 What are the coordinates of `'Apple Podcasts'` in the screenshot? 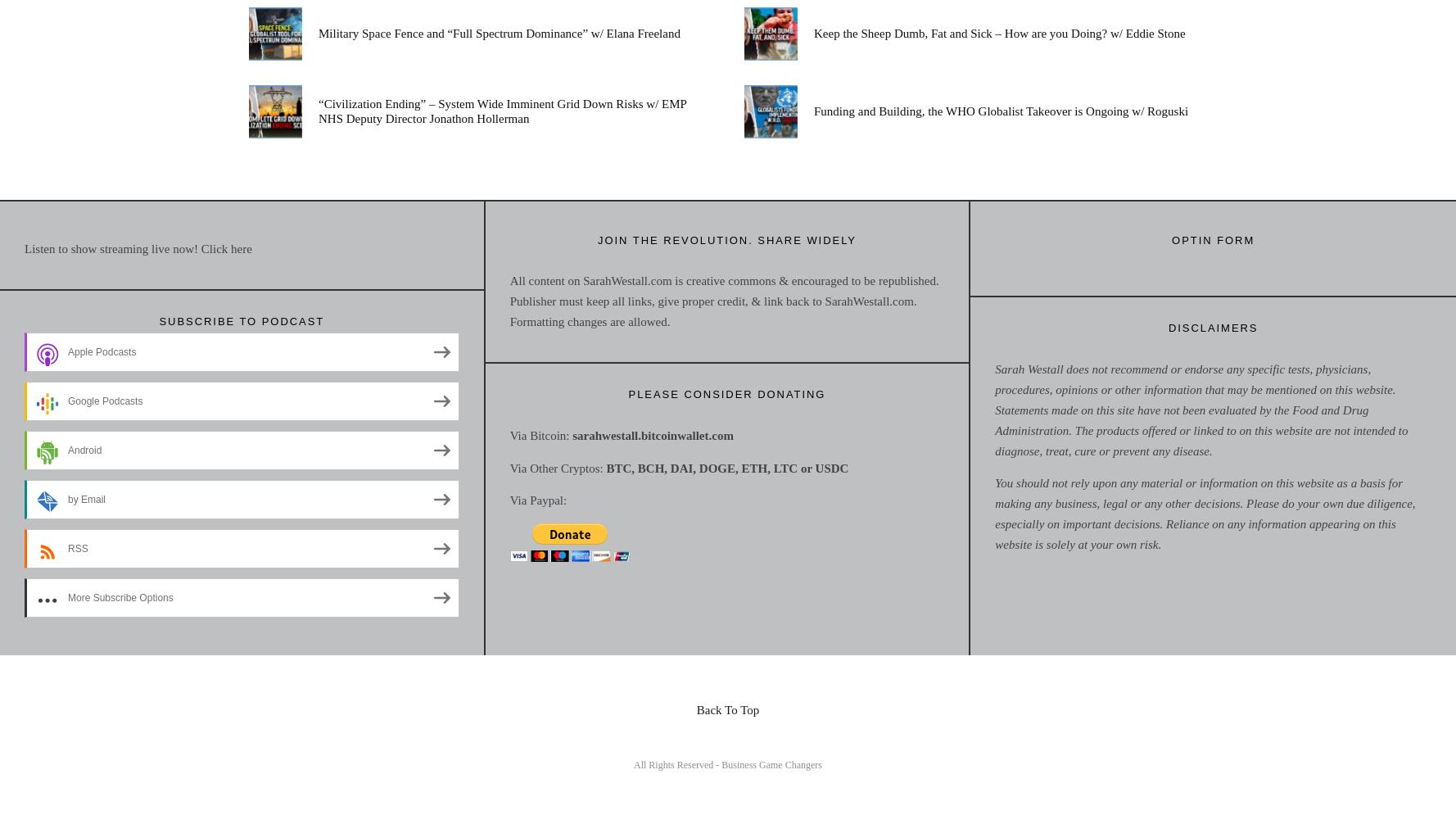 It's located at (101, 351).